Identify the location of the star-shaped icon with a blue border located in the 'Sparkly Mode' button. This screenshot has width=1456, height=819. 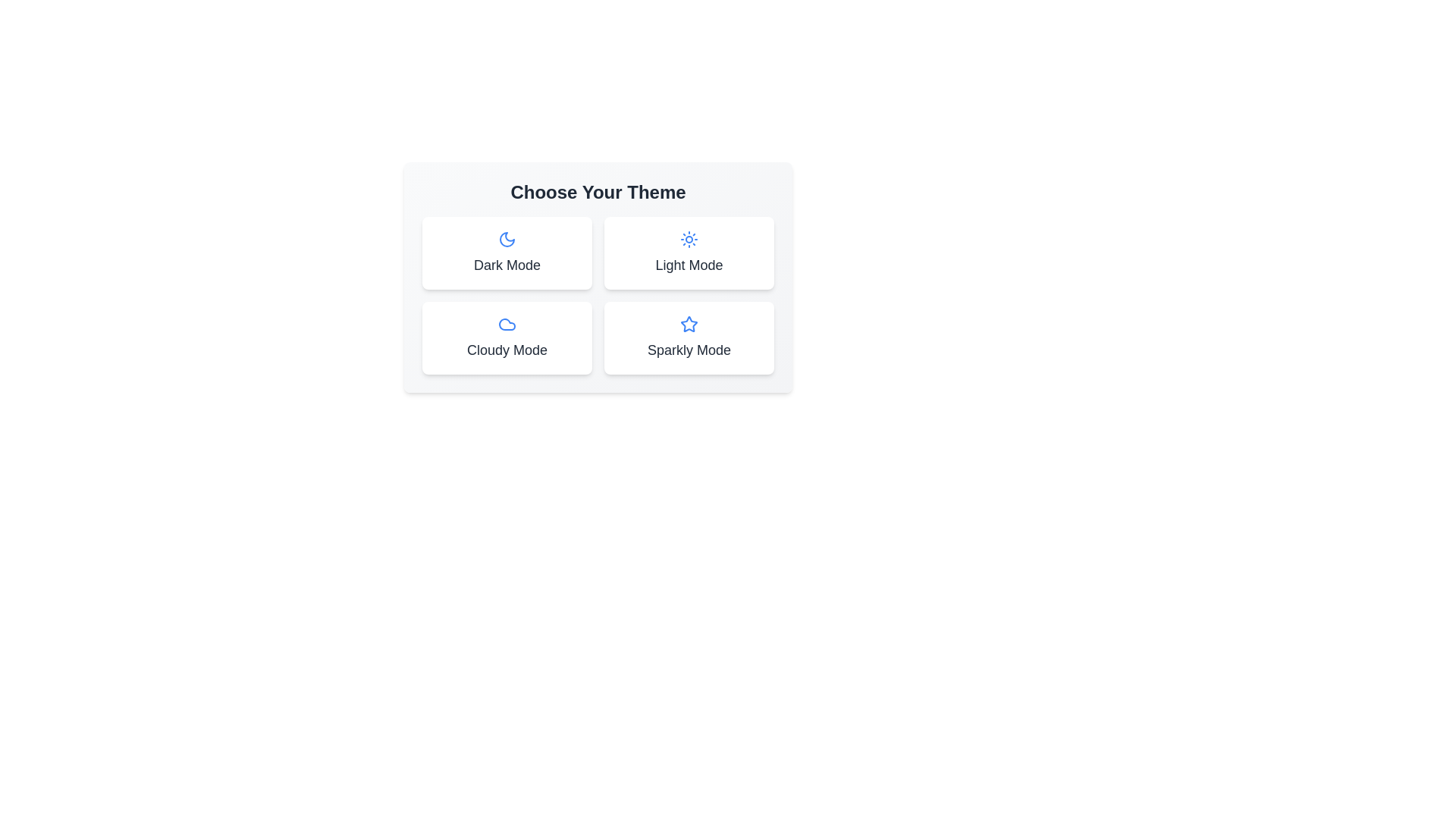
(688, 323).